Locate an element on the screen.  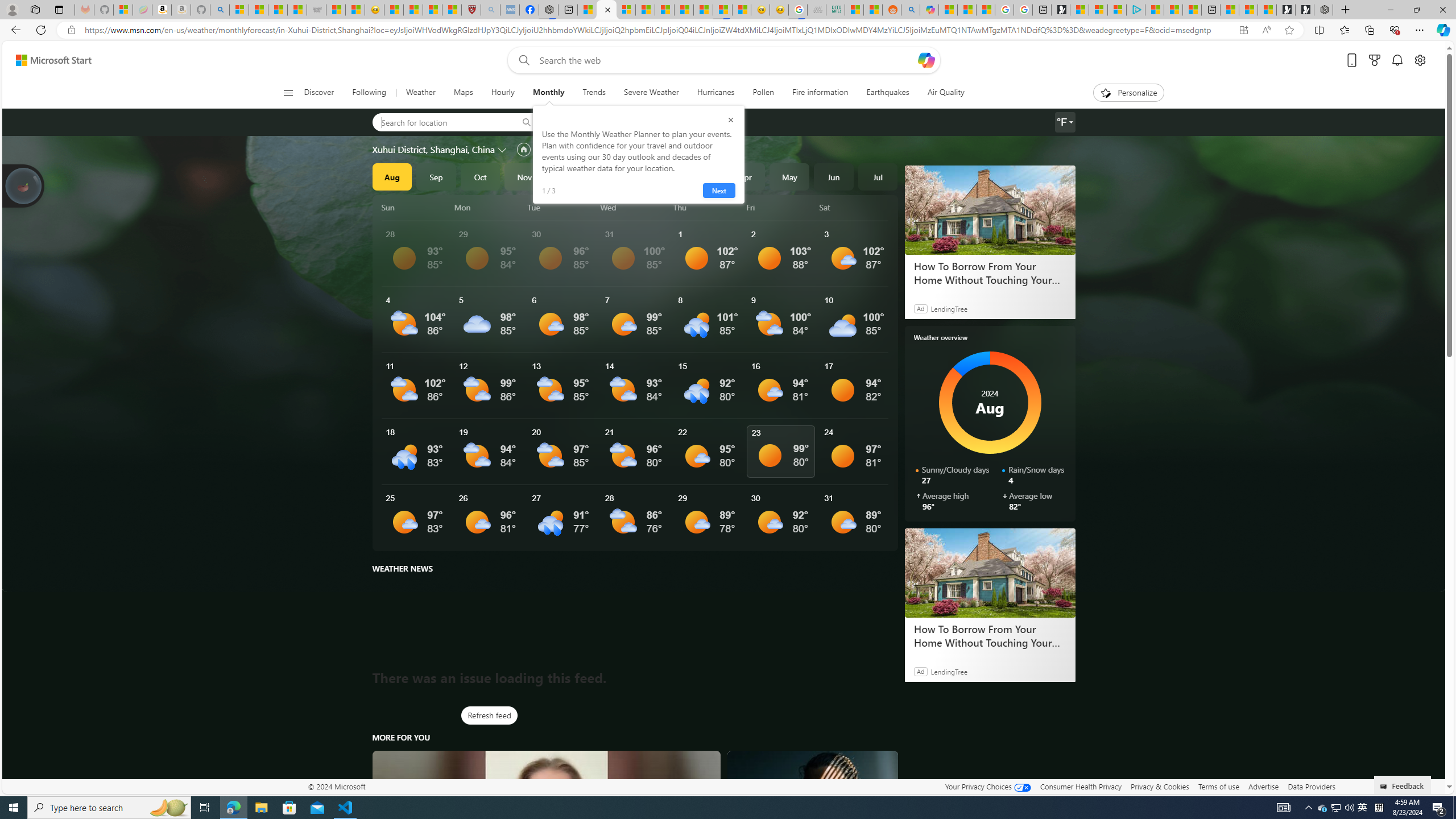
'Utah sues federal government - Search' is located at coordinates (911, 9).